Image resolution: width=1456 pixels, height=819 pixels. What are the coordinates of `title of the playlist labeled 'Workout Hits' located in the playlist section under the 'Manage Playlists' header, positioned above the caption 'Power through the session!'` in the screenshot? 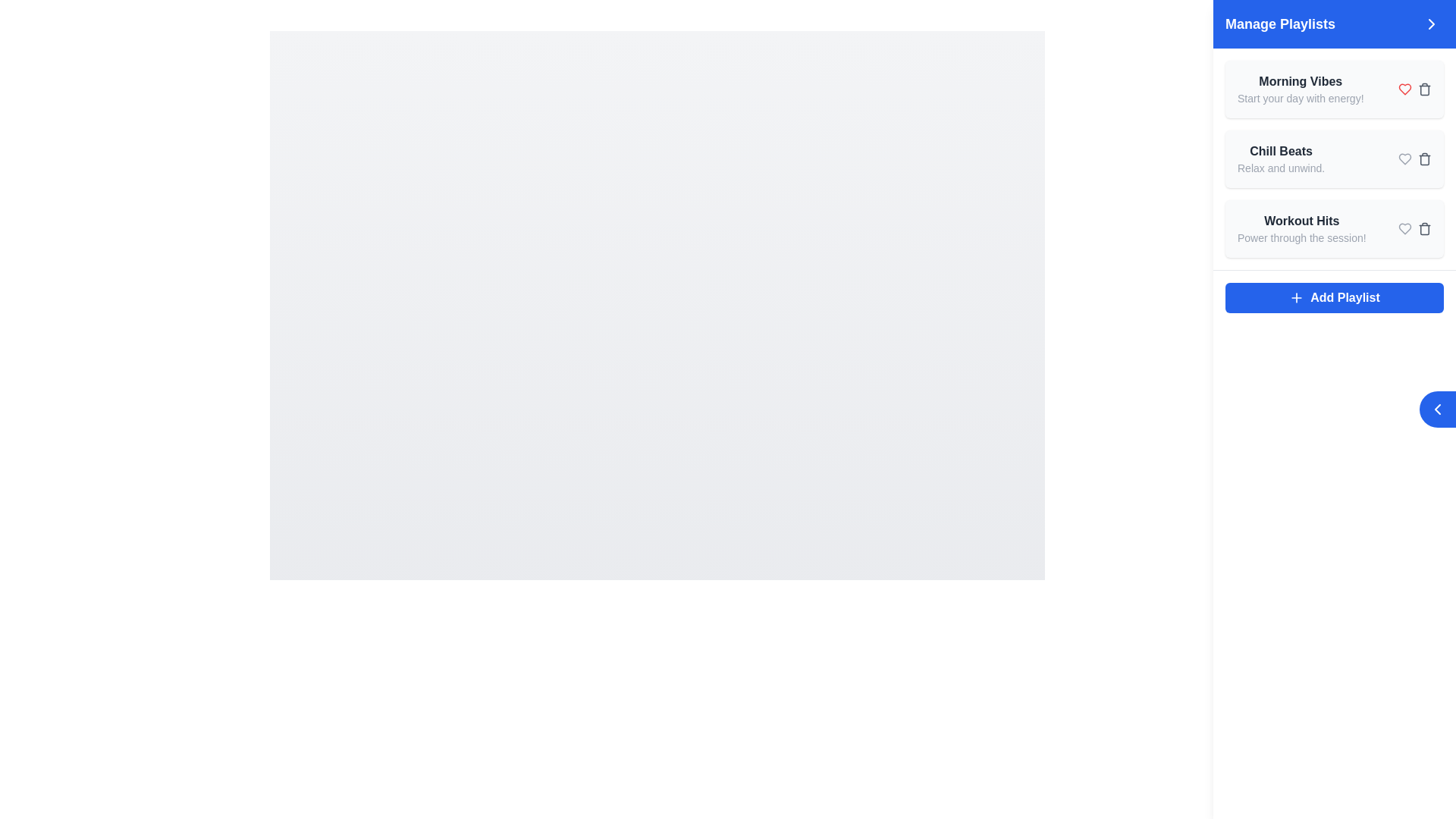 It's located at (1301, 221).